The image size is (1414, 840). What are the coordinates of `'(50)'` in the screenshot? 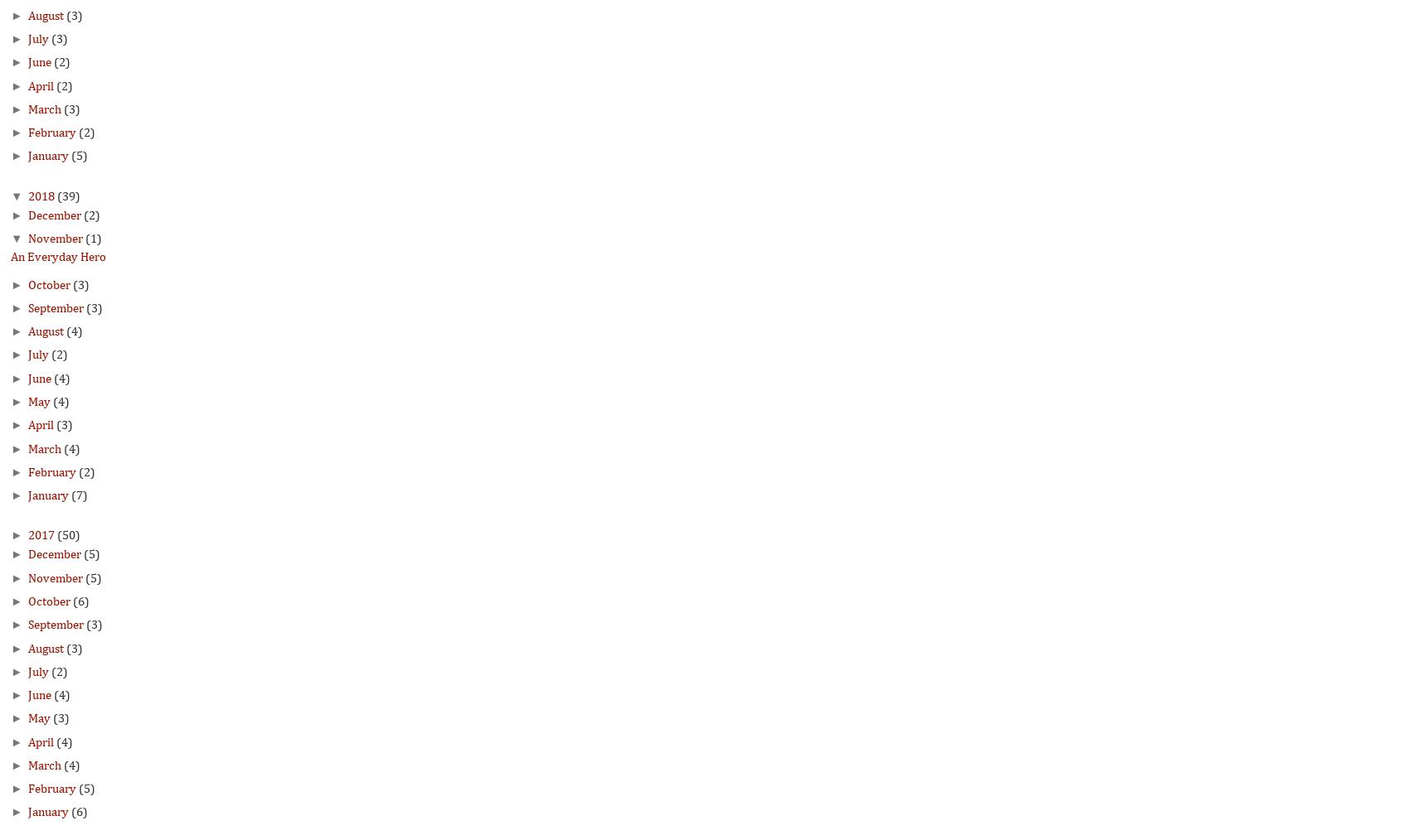 It's located at (56, 536).